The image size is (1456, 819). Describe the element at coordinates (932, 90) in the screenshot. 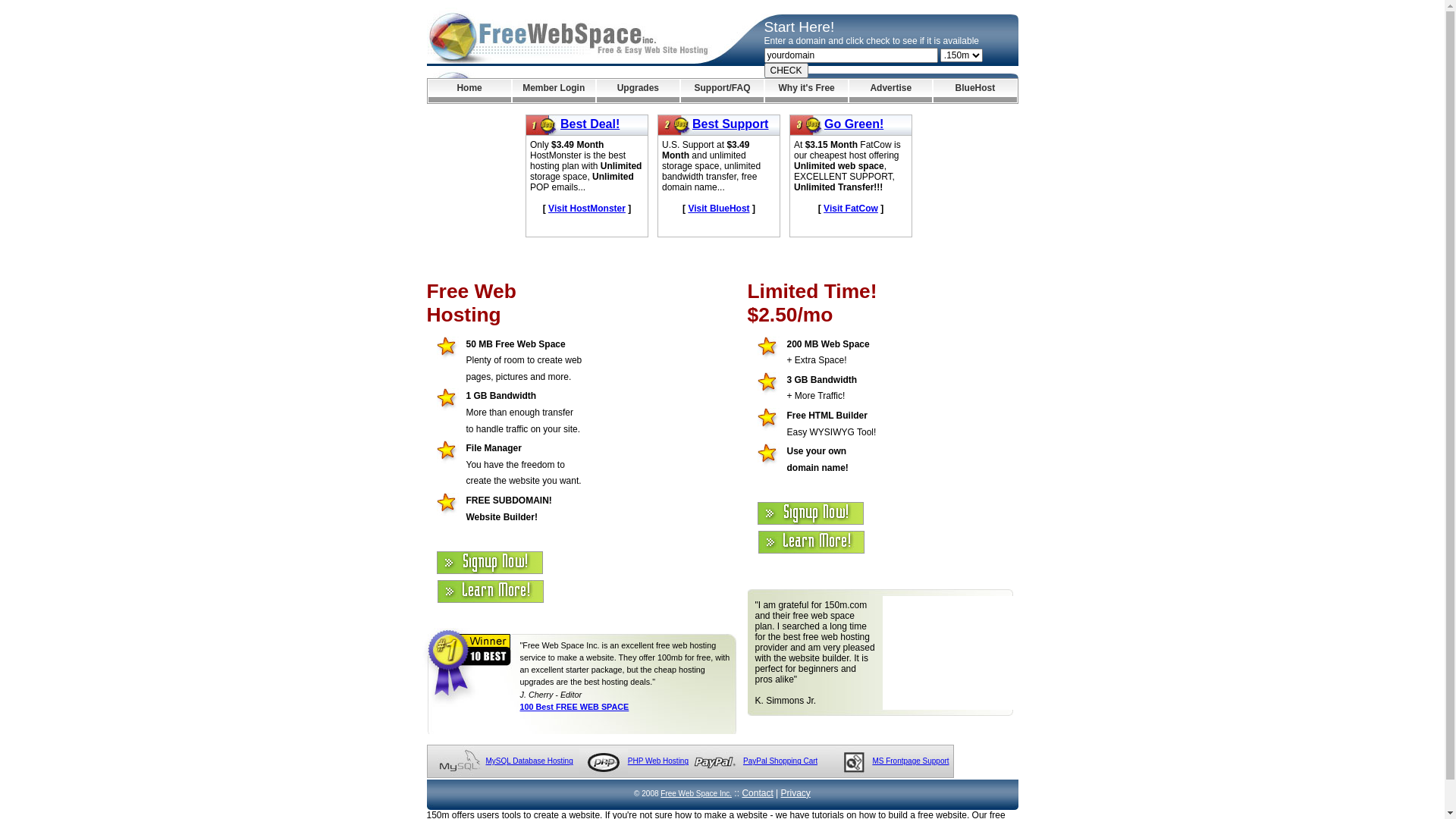

I see `'BlueHost'` at that location.